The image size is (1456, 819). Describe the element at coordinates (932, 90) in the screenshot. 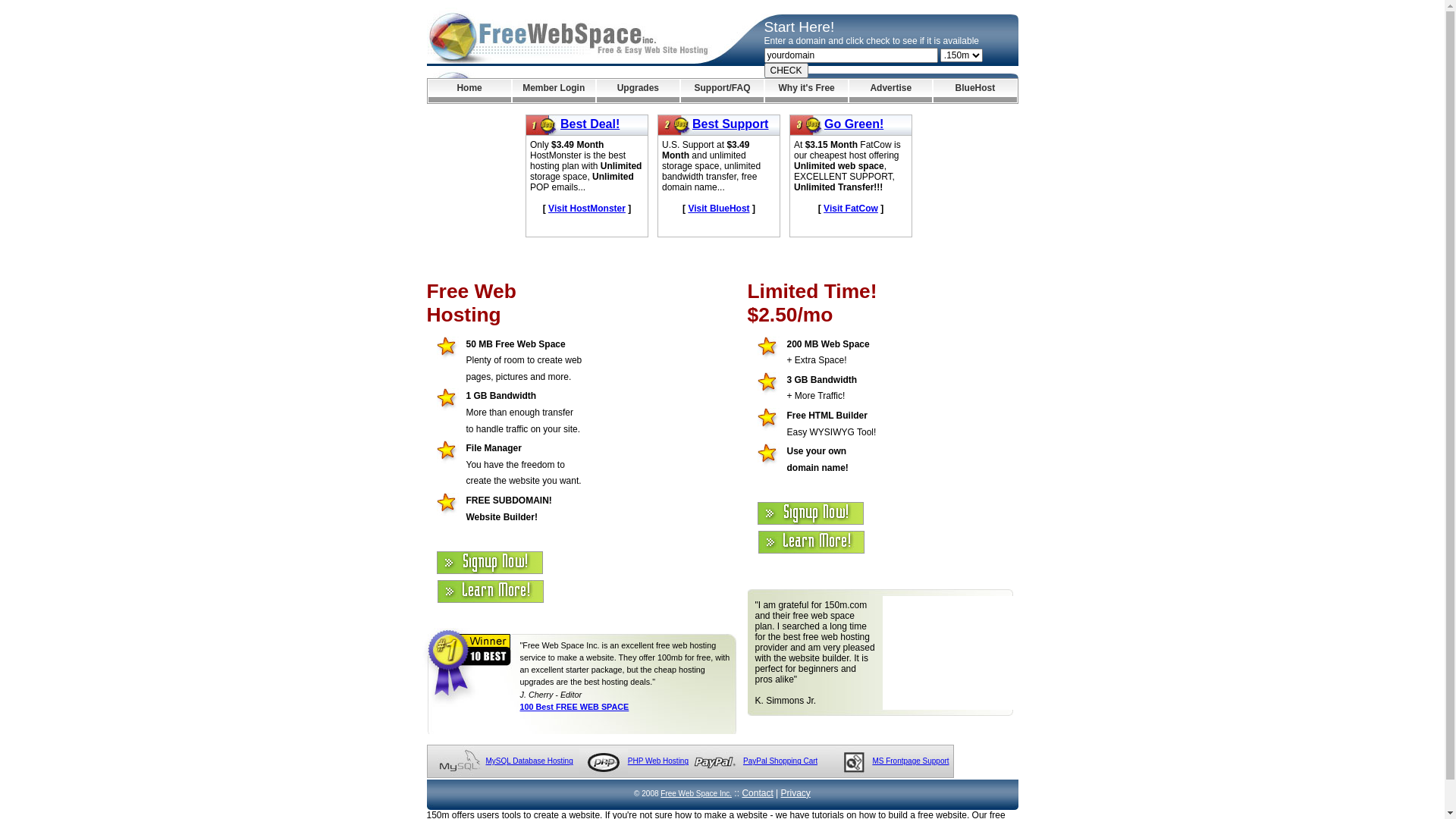

I see `'BlueHost'` at that location.